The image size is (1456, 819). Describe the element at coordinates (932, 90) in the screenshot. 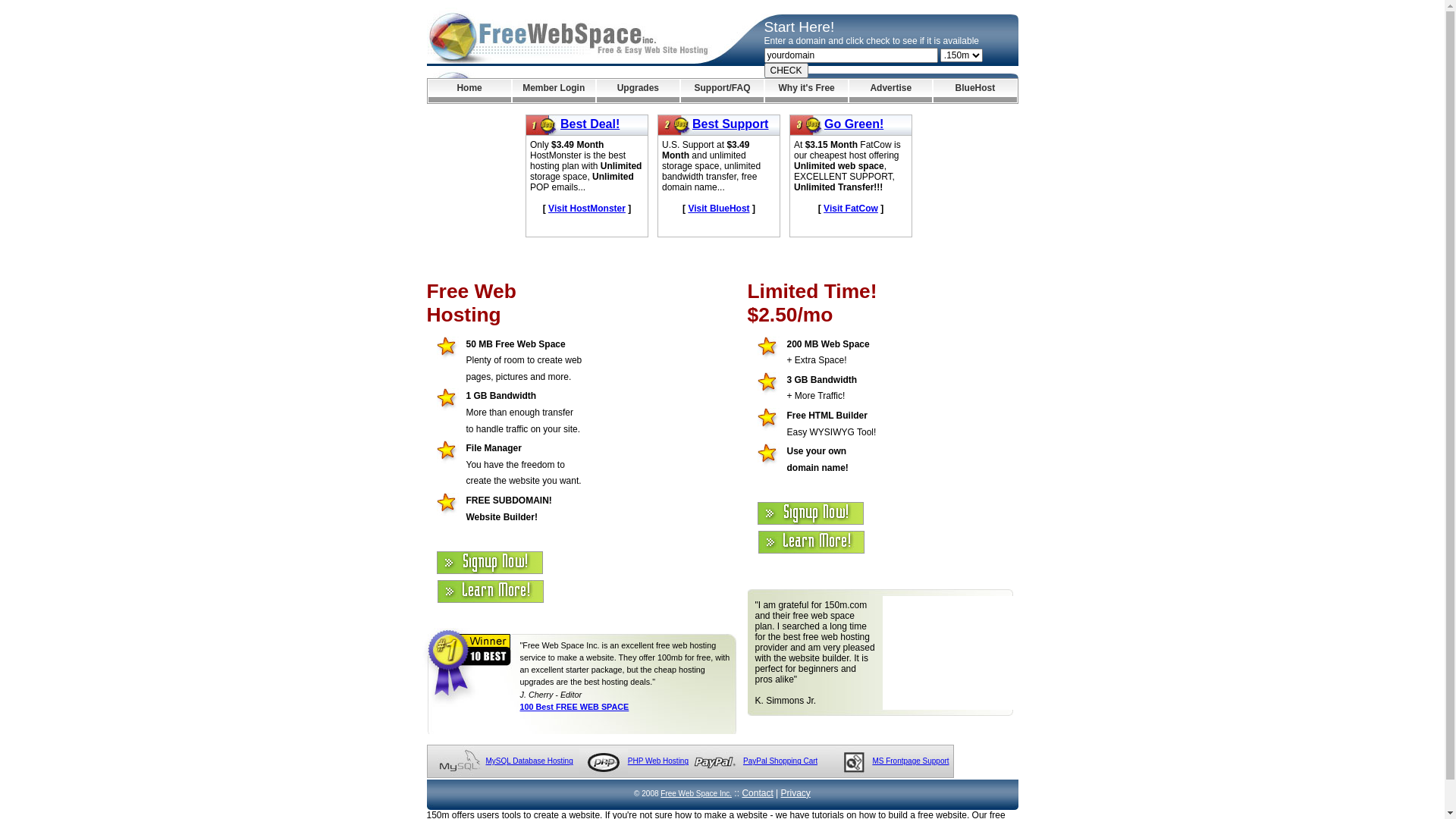

I see `'BlueHost'` at that location.